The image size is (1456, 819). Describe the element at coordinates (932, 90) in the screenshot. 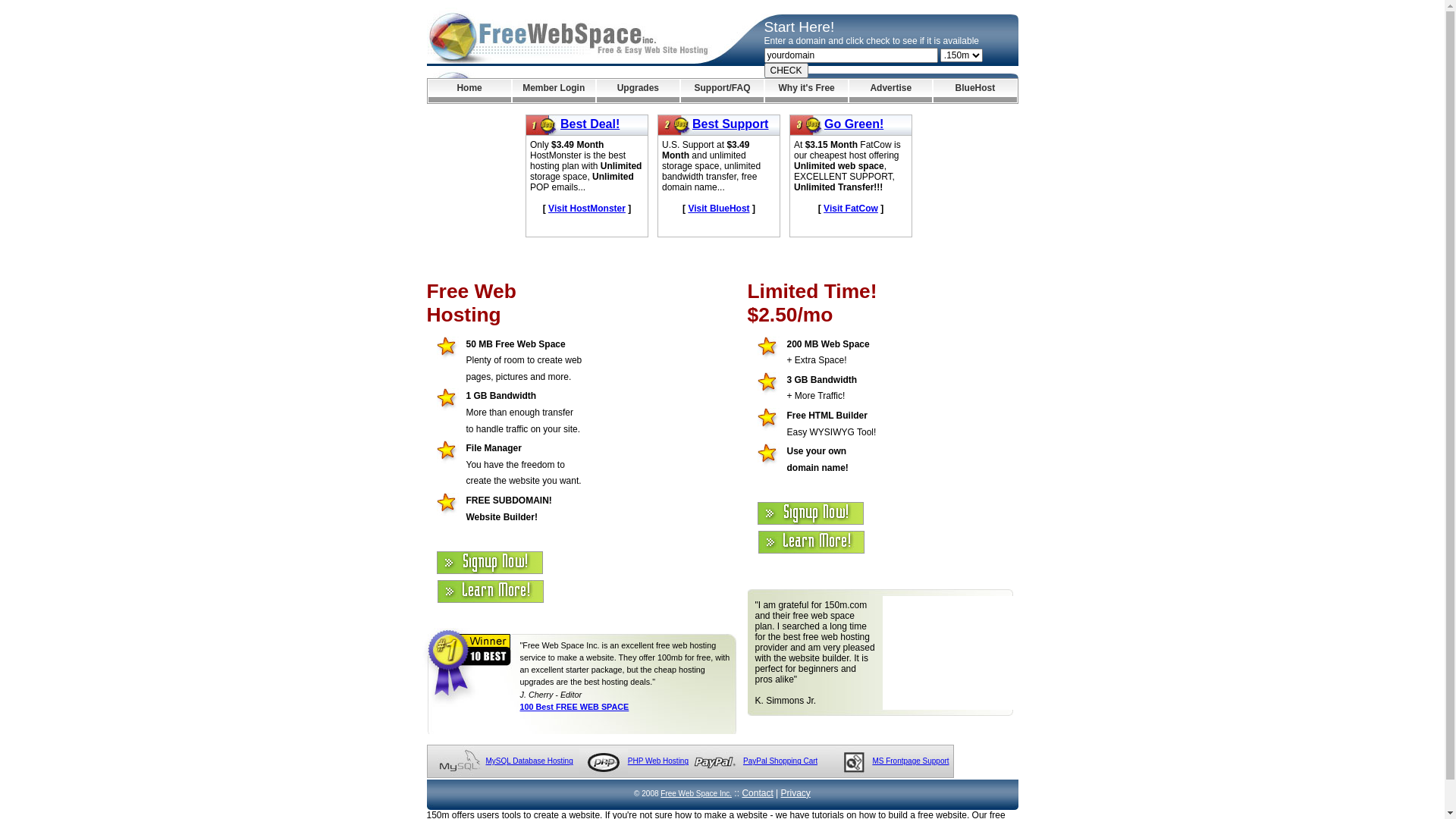

I see `'BlueHost'` at that location.